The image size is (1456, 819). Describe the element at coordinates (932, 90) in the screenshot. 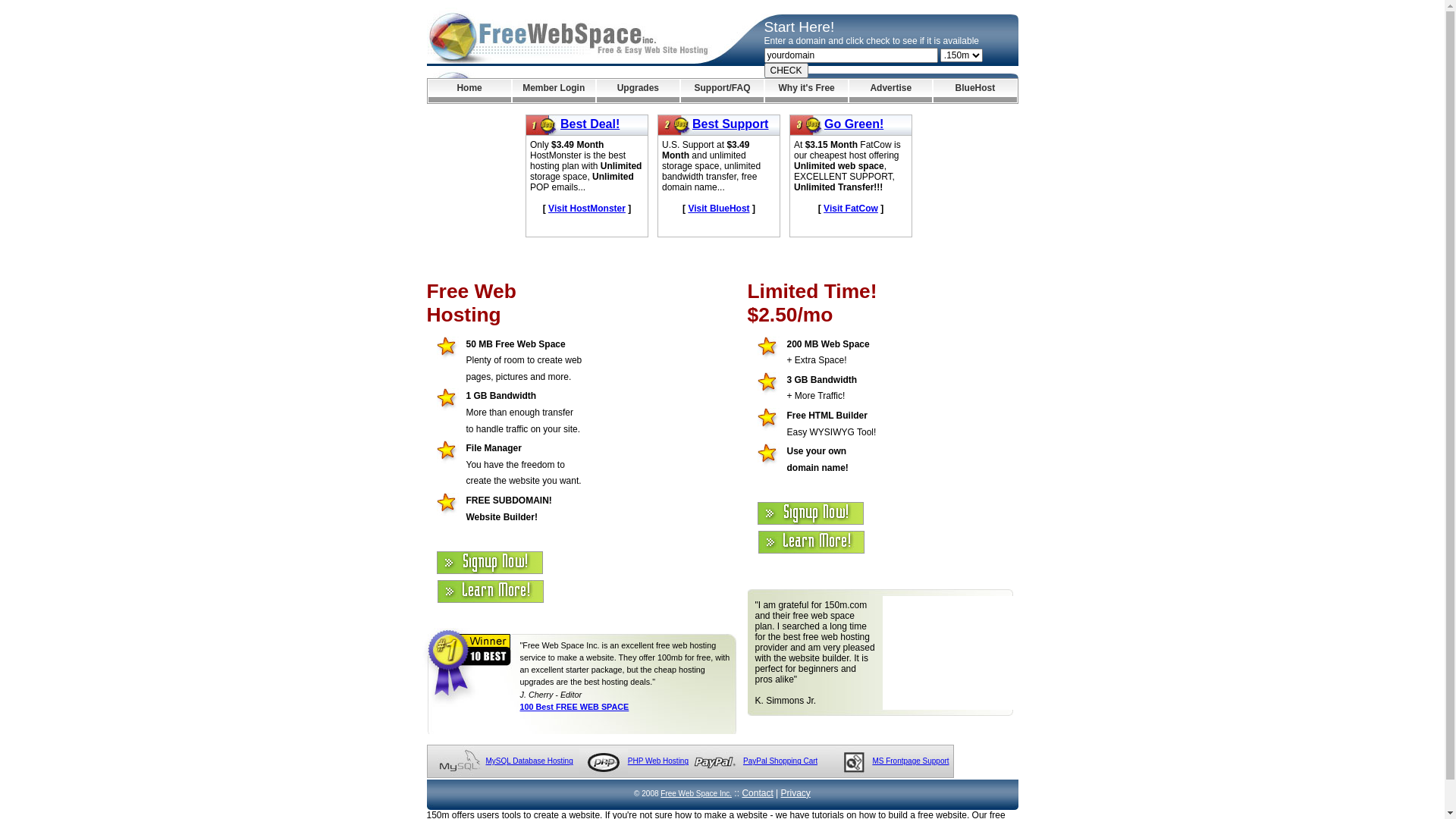

I see `'BlueHost'` at that location.